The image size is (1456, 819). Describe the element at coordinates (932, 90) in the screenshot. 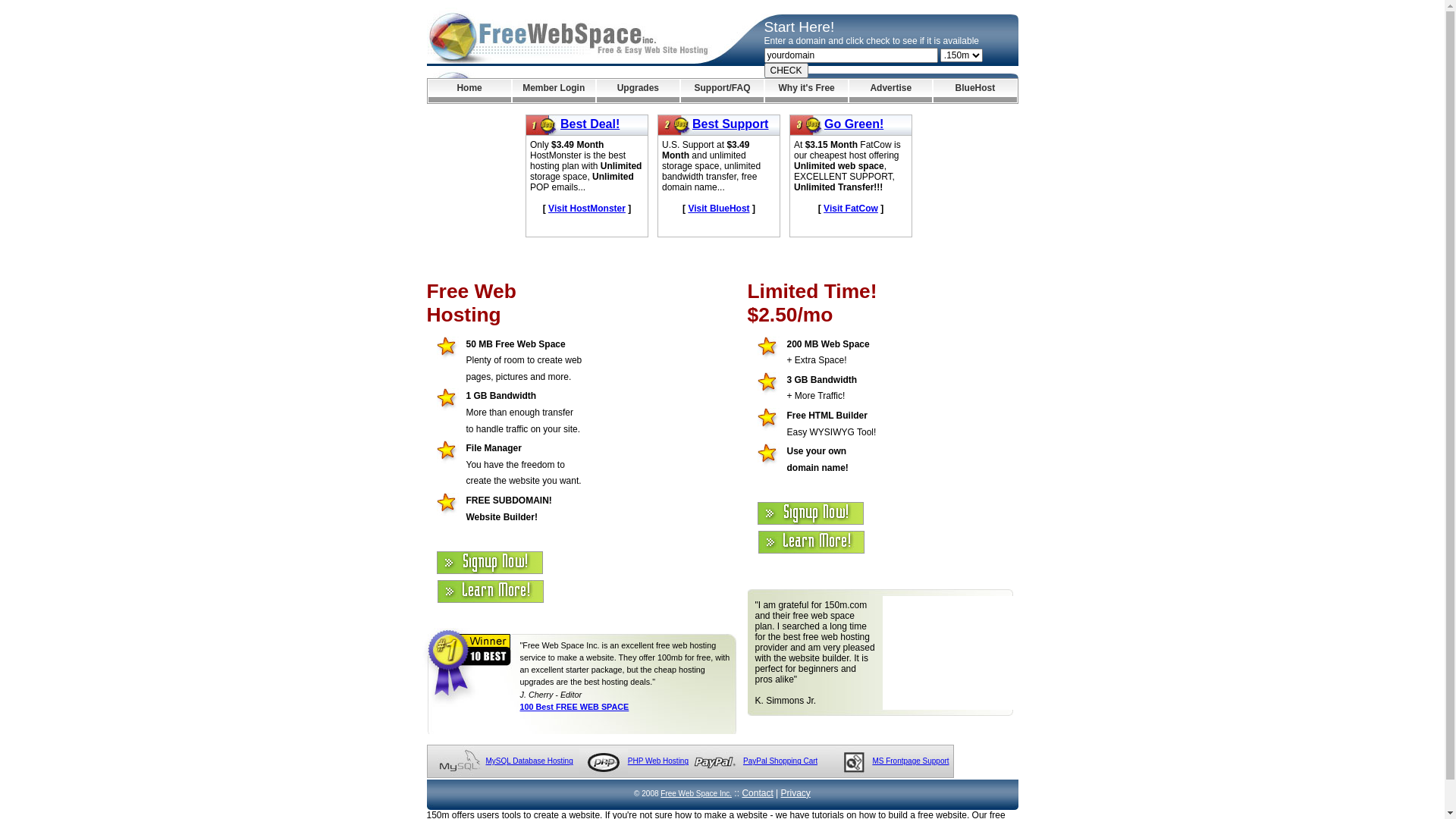

I see `'BlueHost'` at that location.